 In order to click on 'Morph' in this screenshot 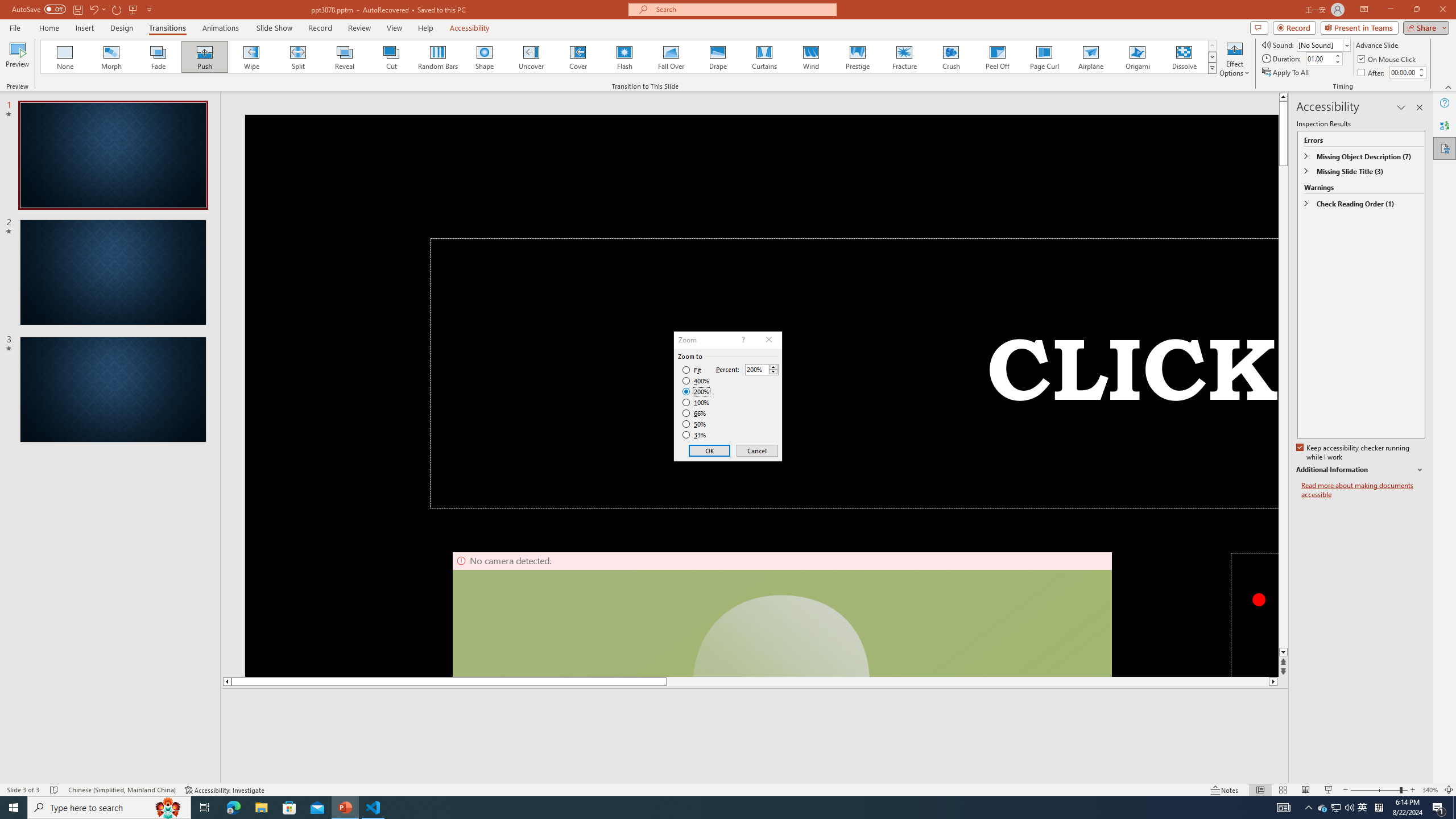, I will do `click(111, 56)`.